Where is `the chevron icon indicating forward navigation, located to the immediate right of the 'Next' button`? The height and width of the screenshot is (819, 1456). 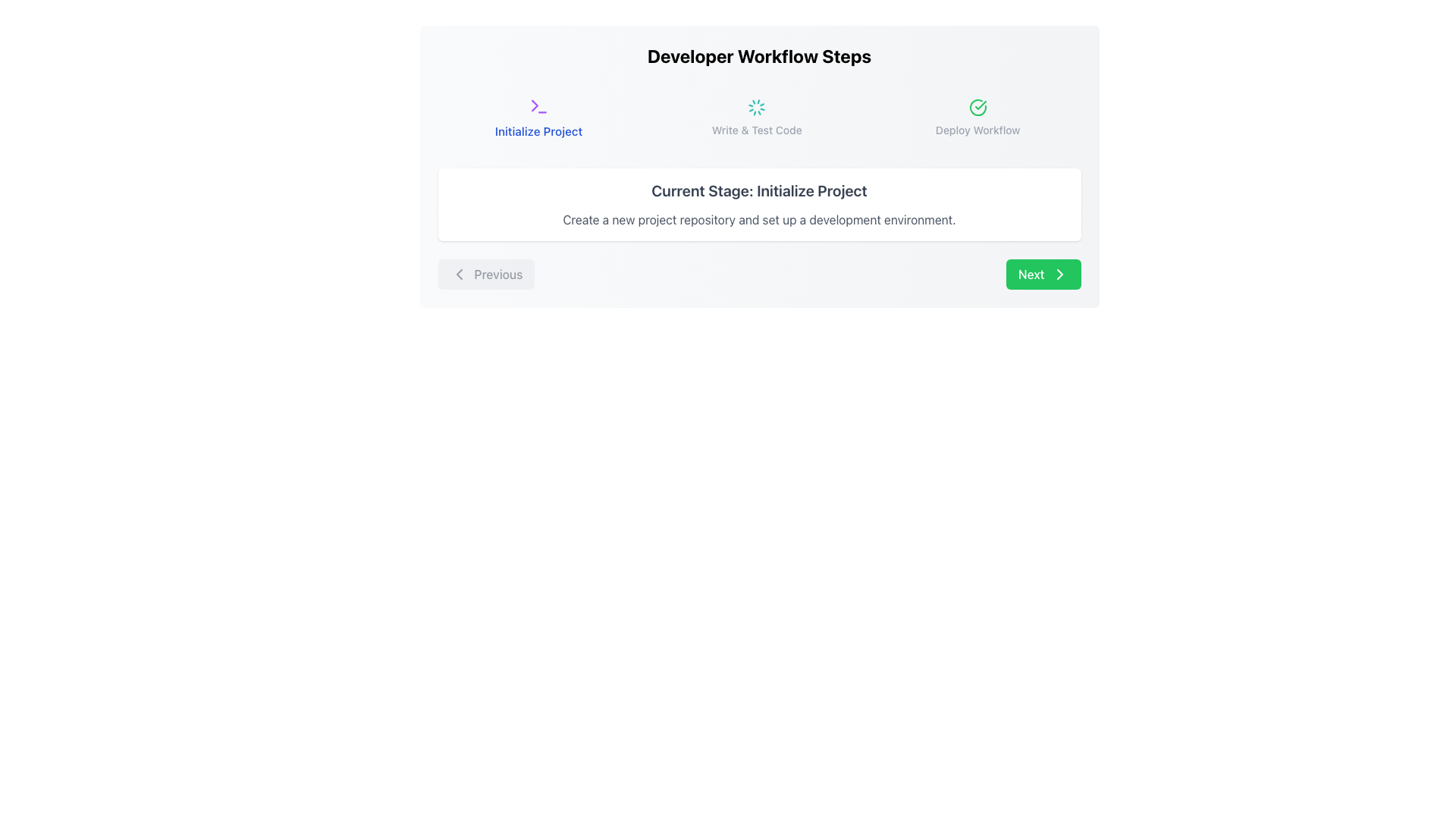
the chevron icon indicating forward navigation, located to the immediate right of the 'Next' button is located at coordinates (1059, 275).